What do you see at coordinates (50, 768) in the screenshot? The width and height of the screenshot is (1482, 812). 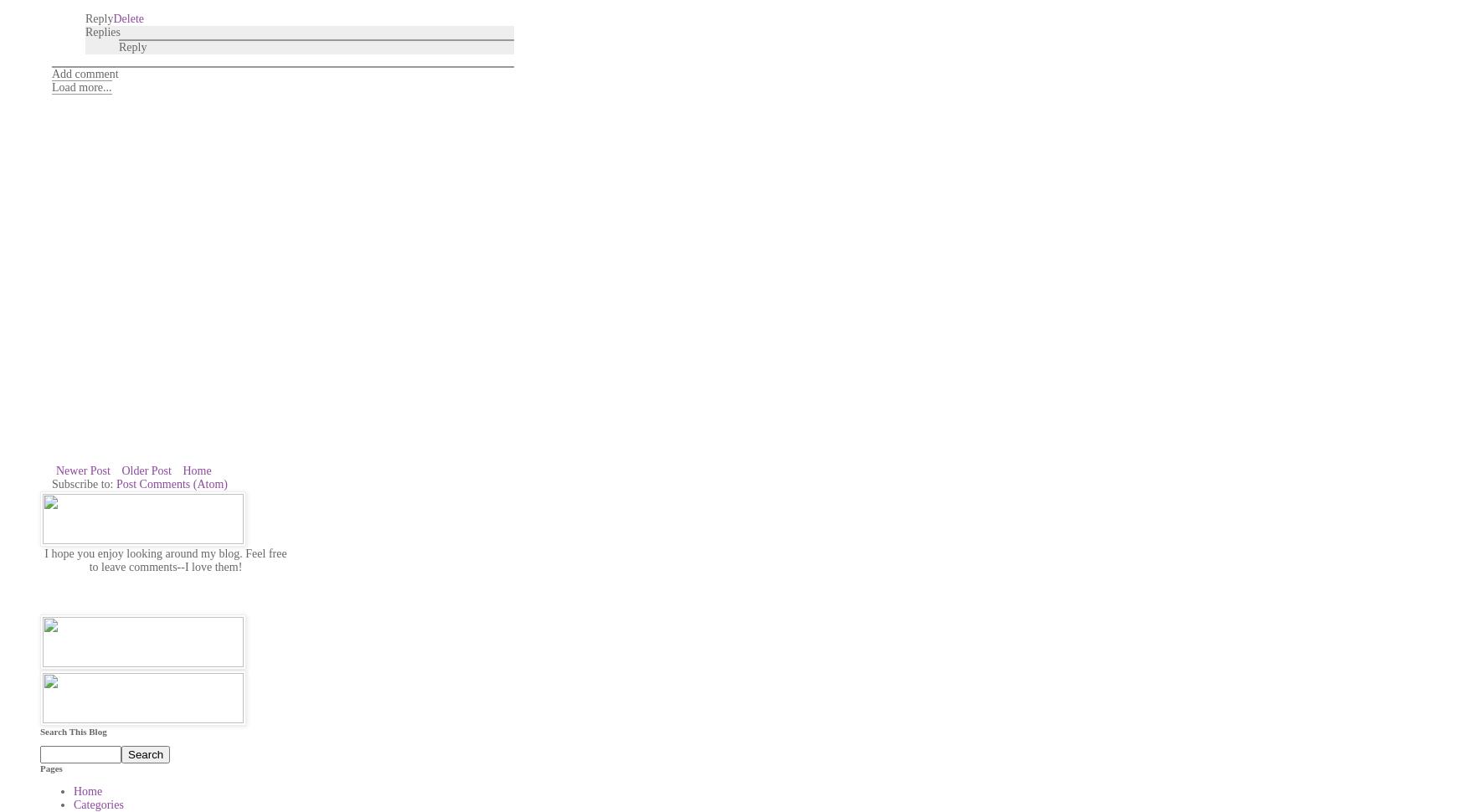 I see `'Pages'` at bounding box center [50, 768].